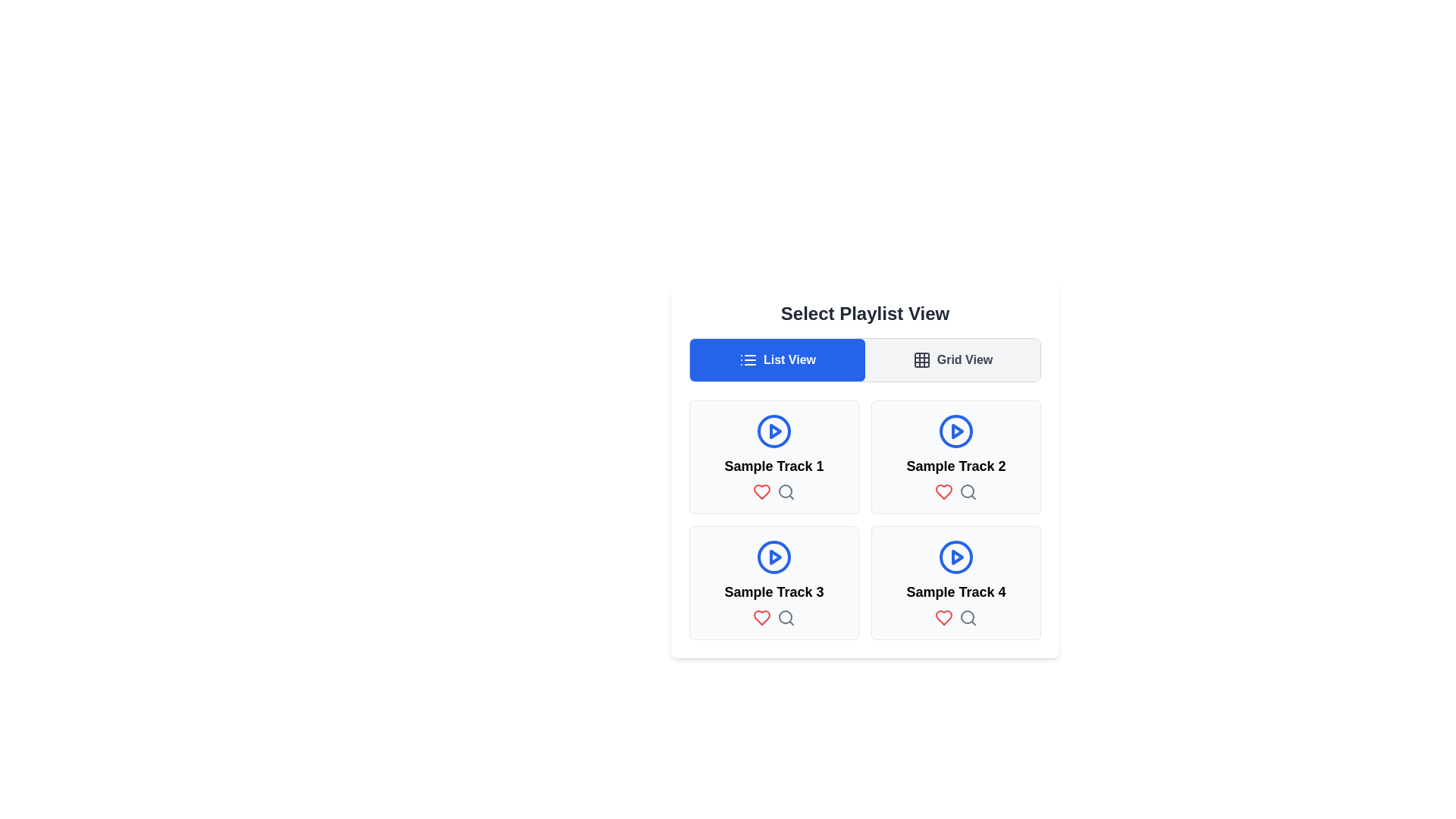  I want to click on the circular Vector Graphic Element (Circle SVG) outlined with a blue stroke and filled with a white background, located inside the play button icon in the 'Sample Track 1' grid cell, so click(774, 431).